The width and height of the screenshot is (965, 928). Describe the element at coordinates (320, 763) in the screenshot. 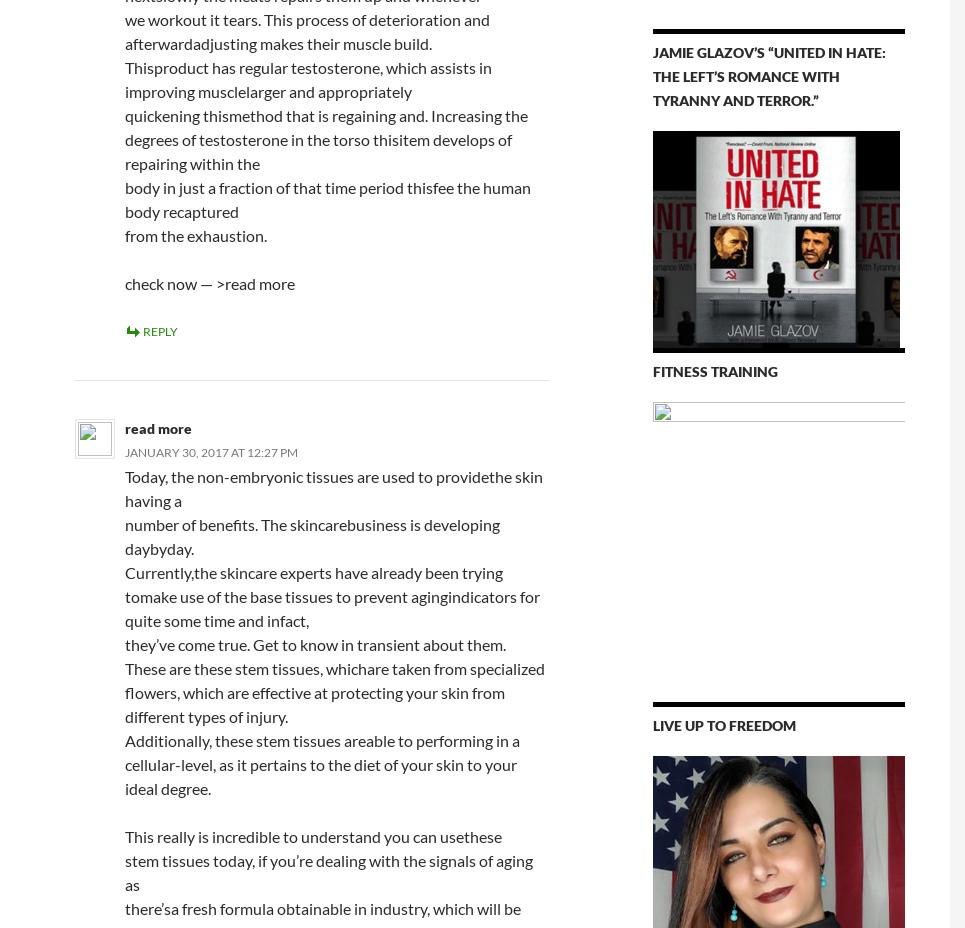

I see `'Additionally, these stem tissues areable to performing in a cellular-level, as it pertains to the diet of your skin to your ideal degree.'` at that location.